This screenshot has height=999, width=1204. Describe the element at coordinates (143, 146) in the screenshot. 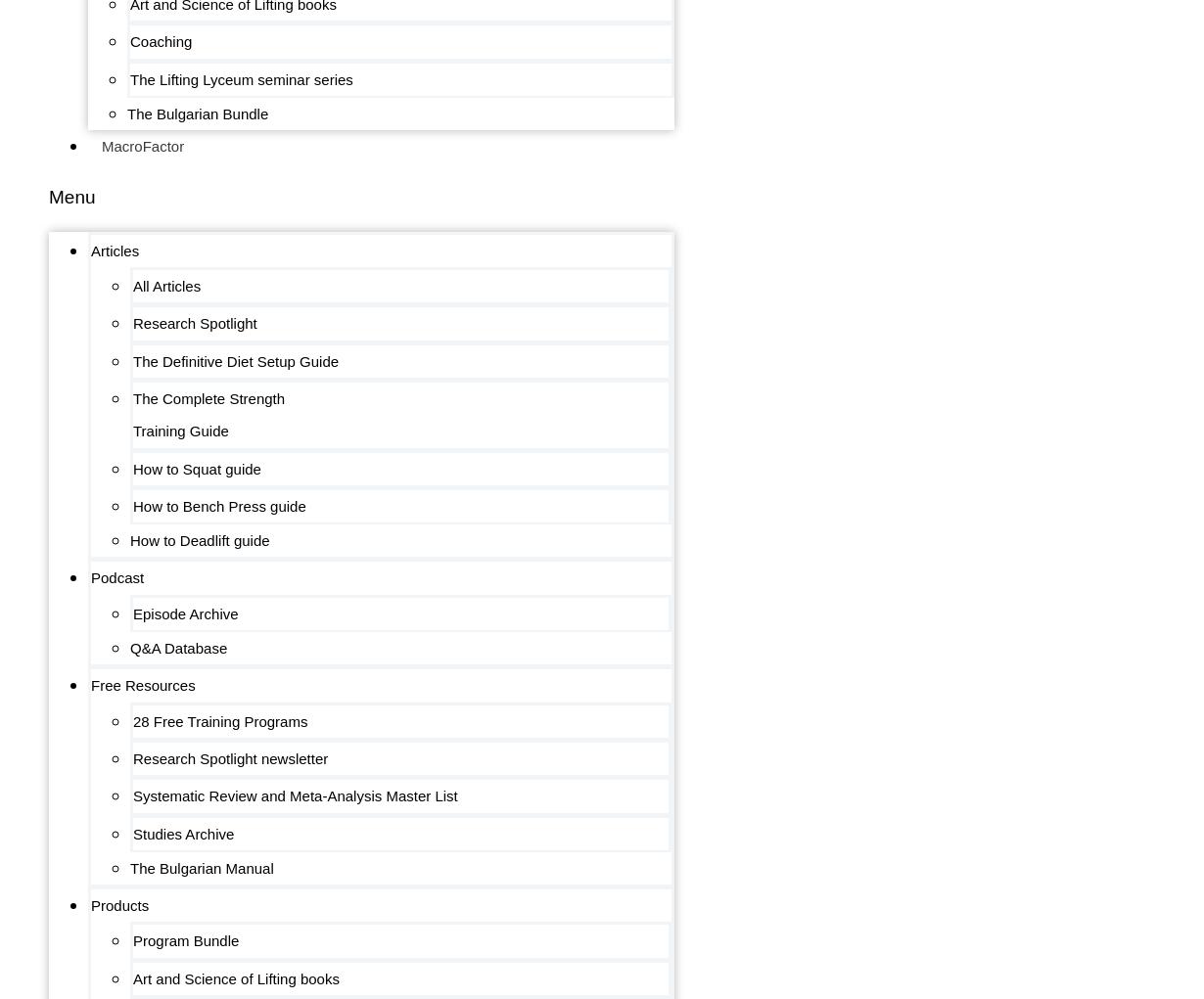

I see `'MacroFactor'` at that location.